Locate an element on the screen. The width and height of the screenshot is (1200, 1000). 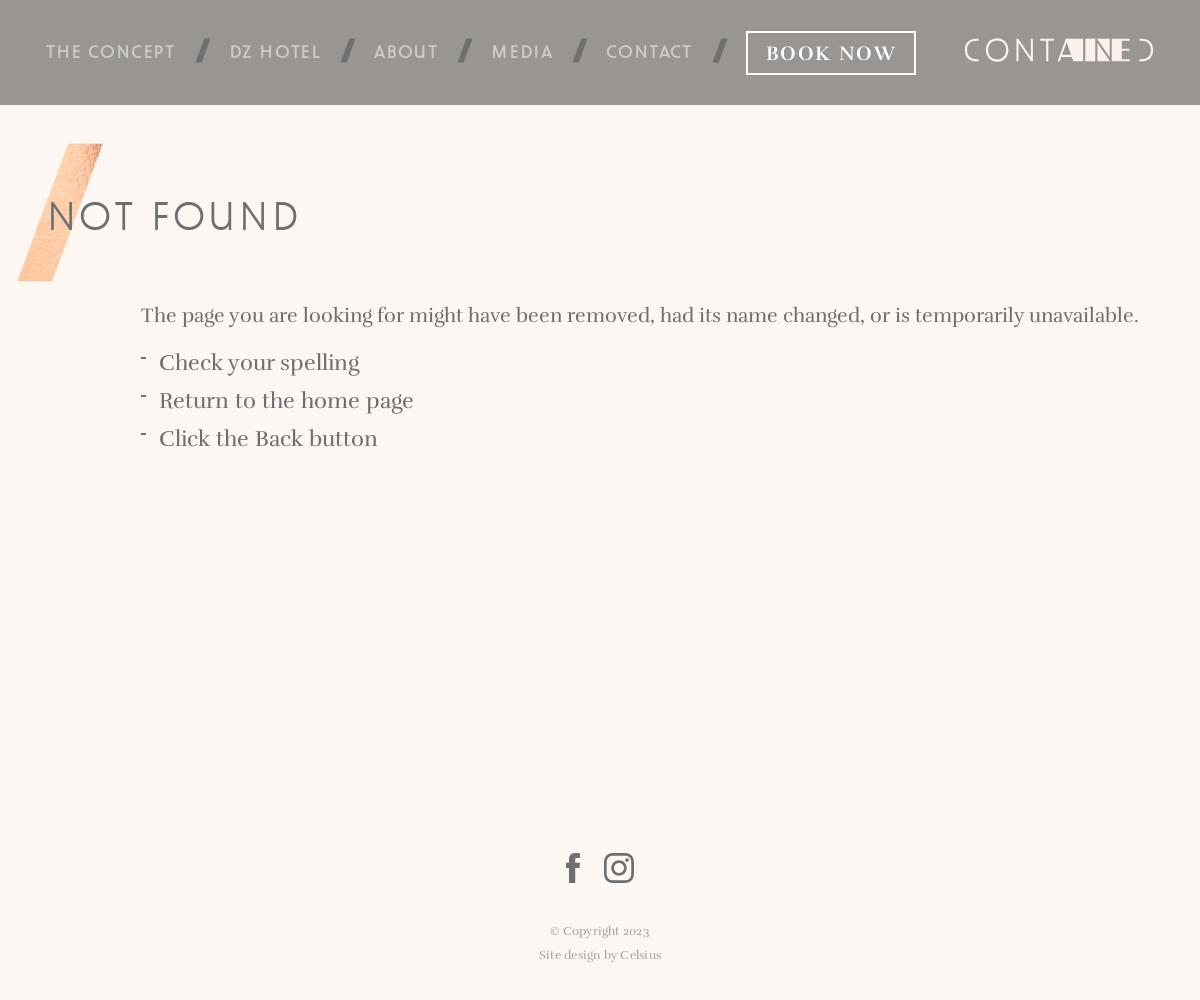
'Click the' is located at coordinates (205, 438).